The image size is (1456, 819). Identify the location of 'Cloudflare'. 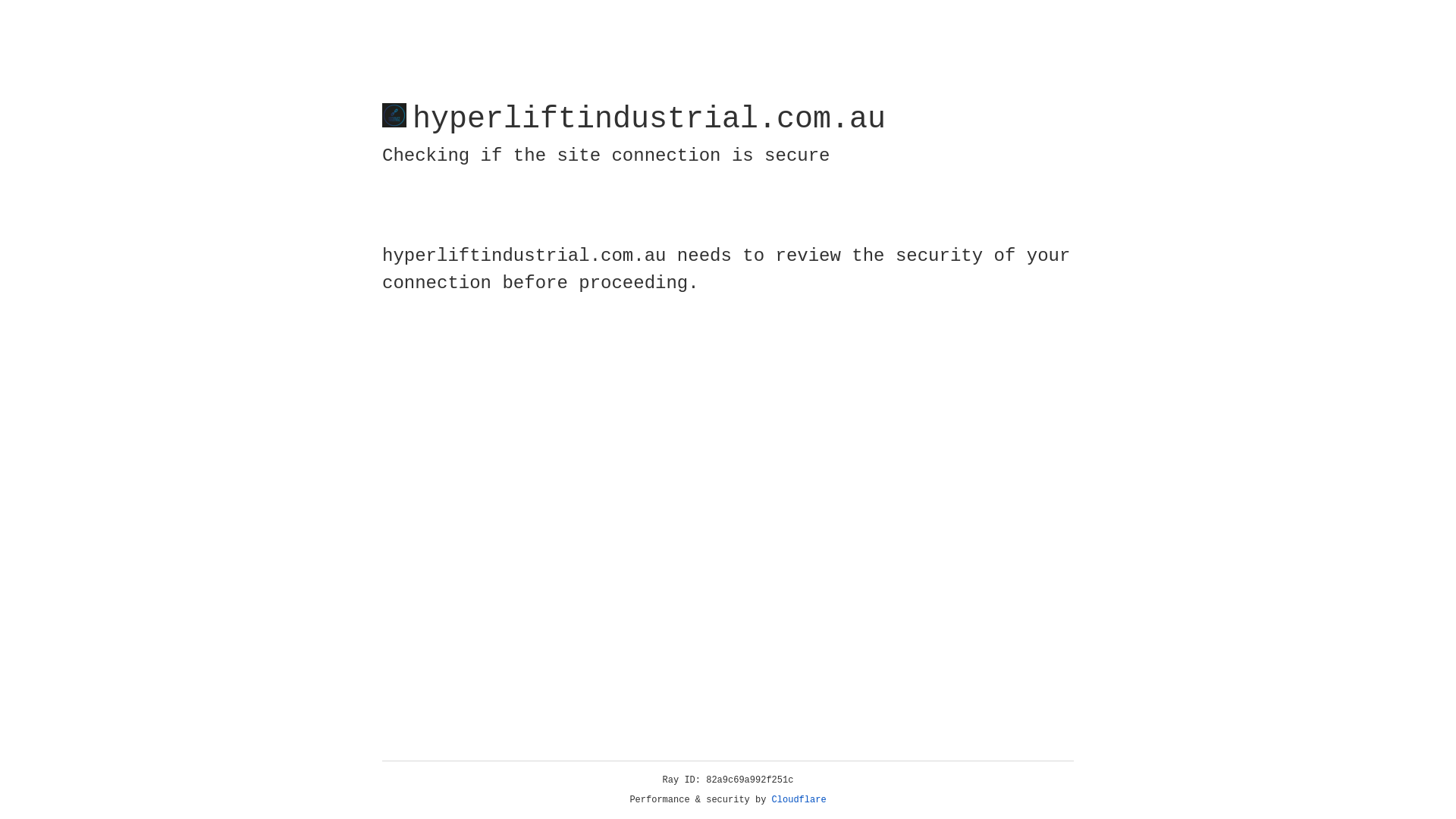
(799, 799).